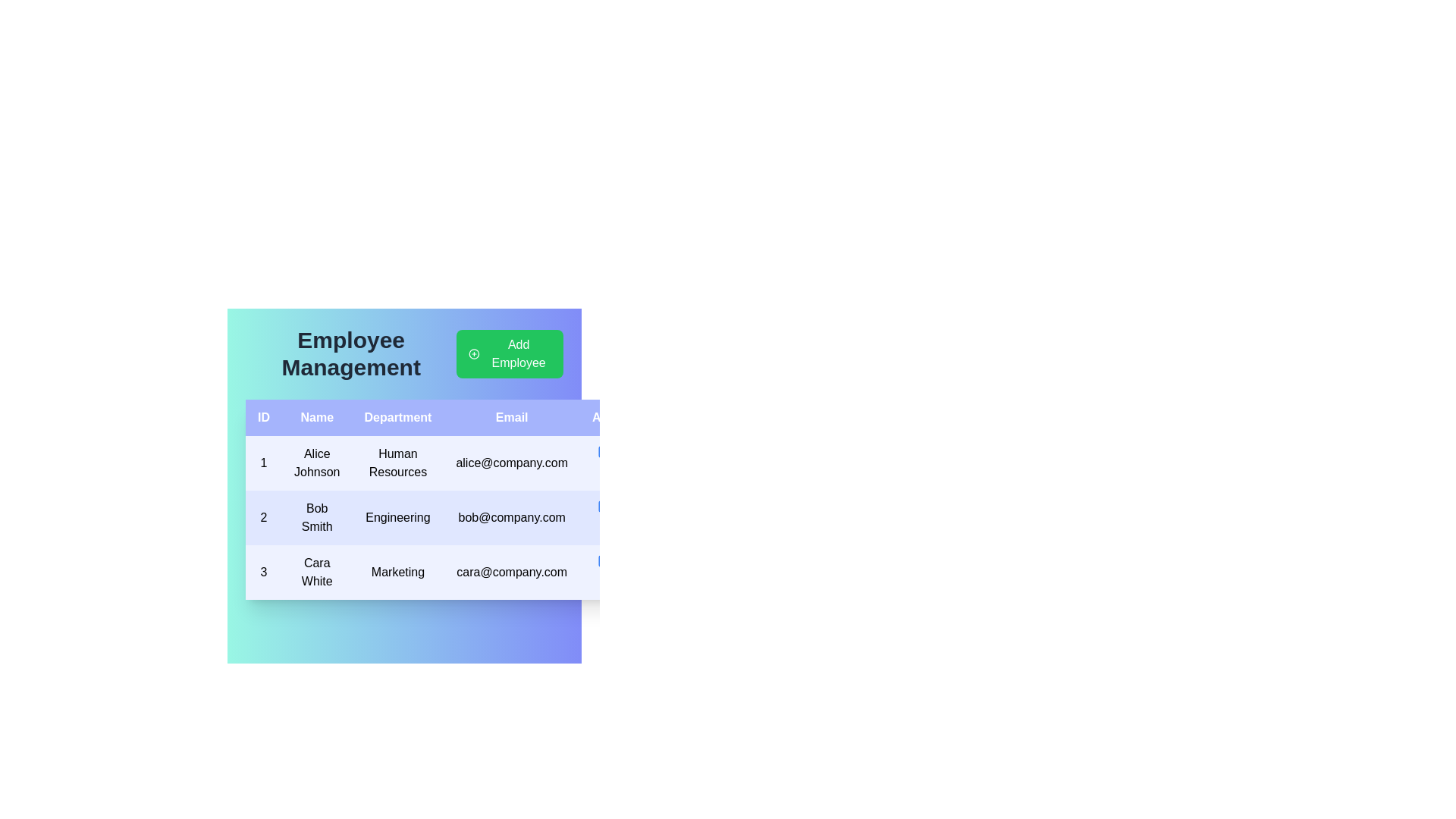  Describe the element at coordinates (446, 500) in the screenshot. I see `a cell within the employee information data table located centrally below the 'Employee Management' title and adjacent to the 'Add Employee' button` at that location.